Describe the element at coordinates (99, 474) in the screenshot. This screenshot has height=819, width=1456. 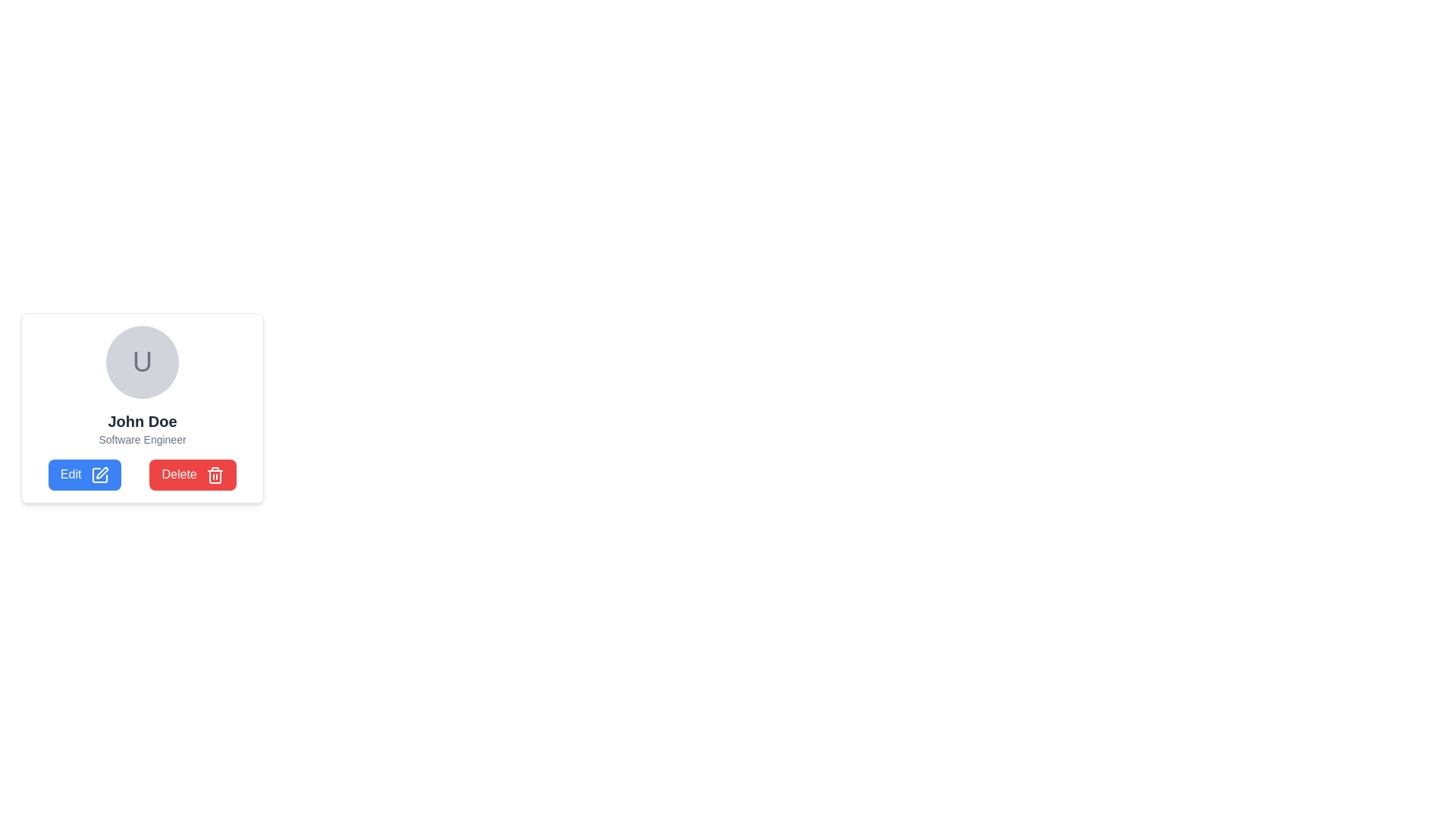
I see `the pencil icon located beneath the name 'John Doe' and title 'Software Engineer'` at that location.